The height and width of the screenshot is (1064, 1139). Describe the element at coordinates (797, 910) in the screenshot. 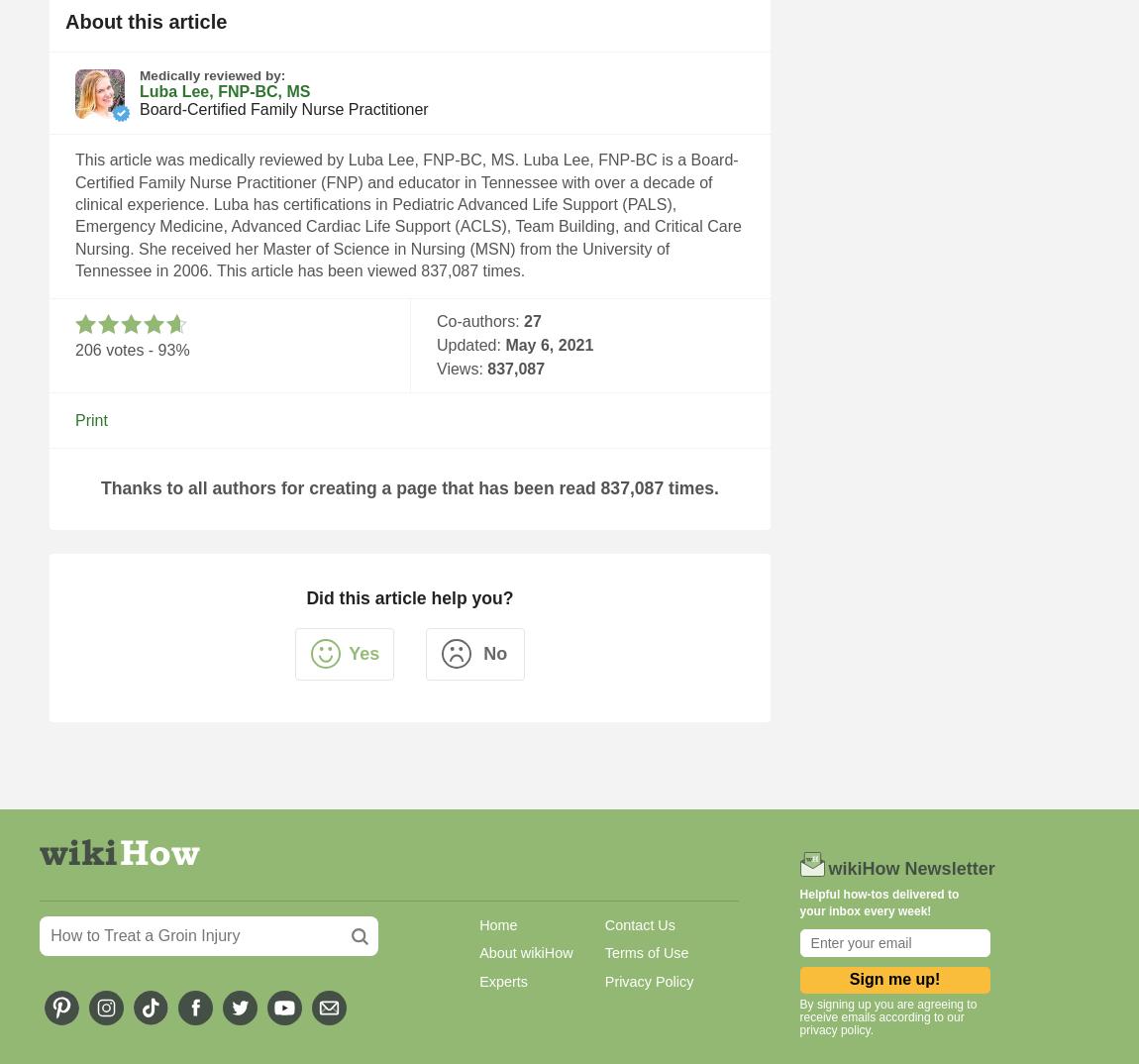

I see `'your inbox every week!'` at that location.